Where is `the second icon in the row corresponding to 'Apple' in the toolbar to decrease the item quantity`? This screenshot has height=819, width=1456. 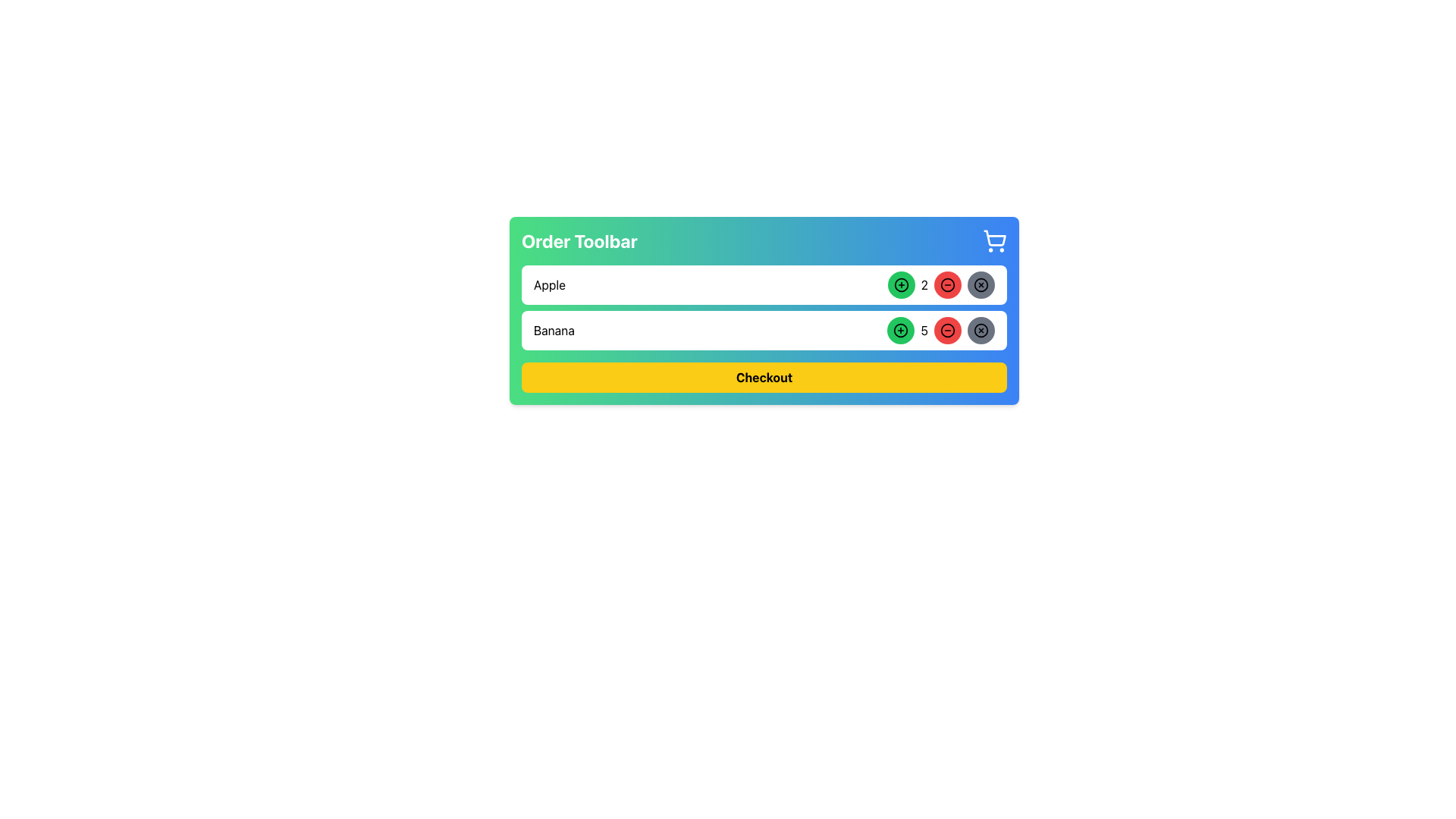 the second icon in the row corresponding to 'Apple' in the toolbar to decrease the item quantity is located at coordinates (946, 284).